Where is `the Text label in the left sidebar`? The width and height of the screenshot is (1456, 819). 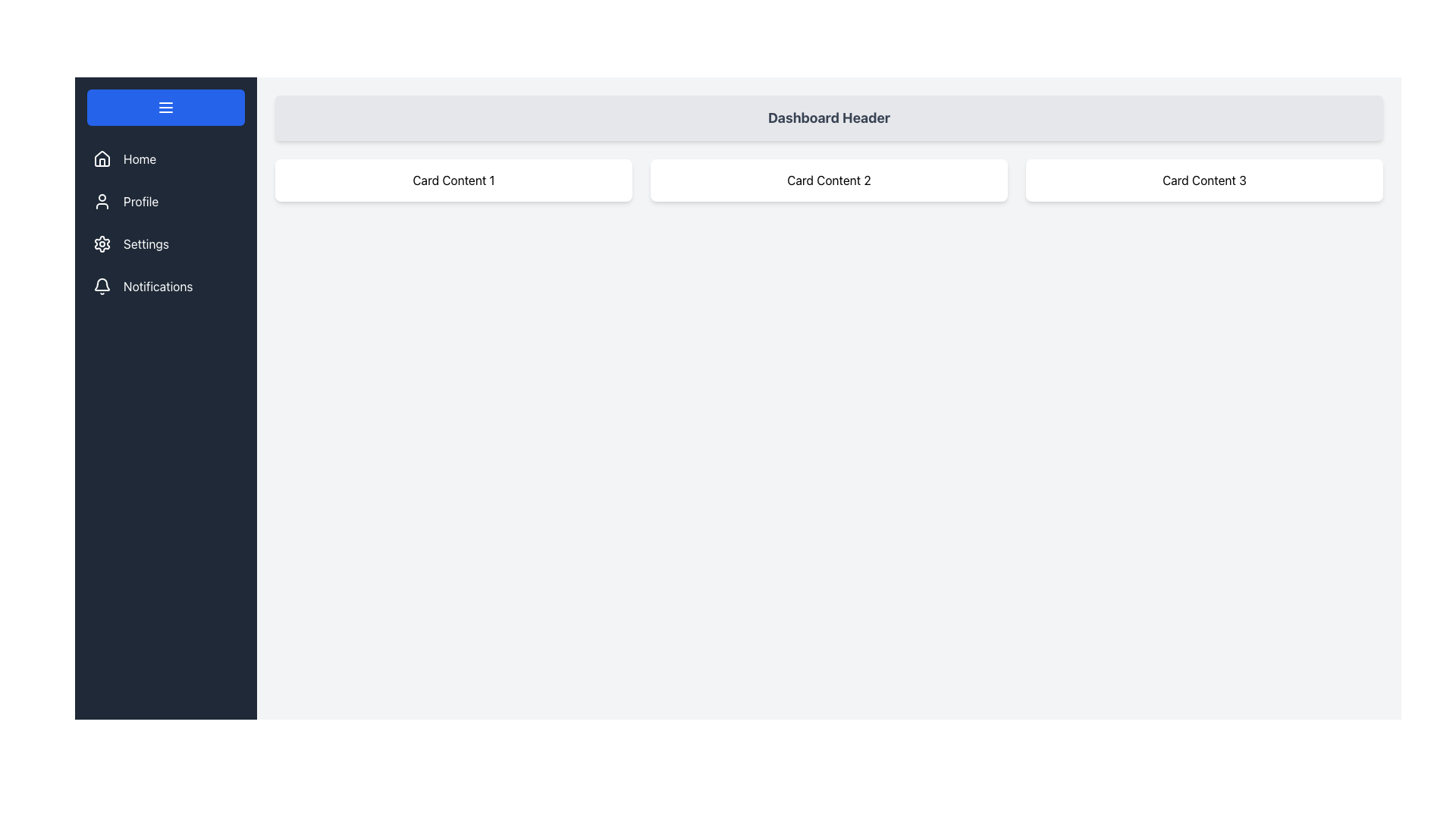 the Text label in the left sidebar is located at coordinates (141, 201).